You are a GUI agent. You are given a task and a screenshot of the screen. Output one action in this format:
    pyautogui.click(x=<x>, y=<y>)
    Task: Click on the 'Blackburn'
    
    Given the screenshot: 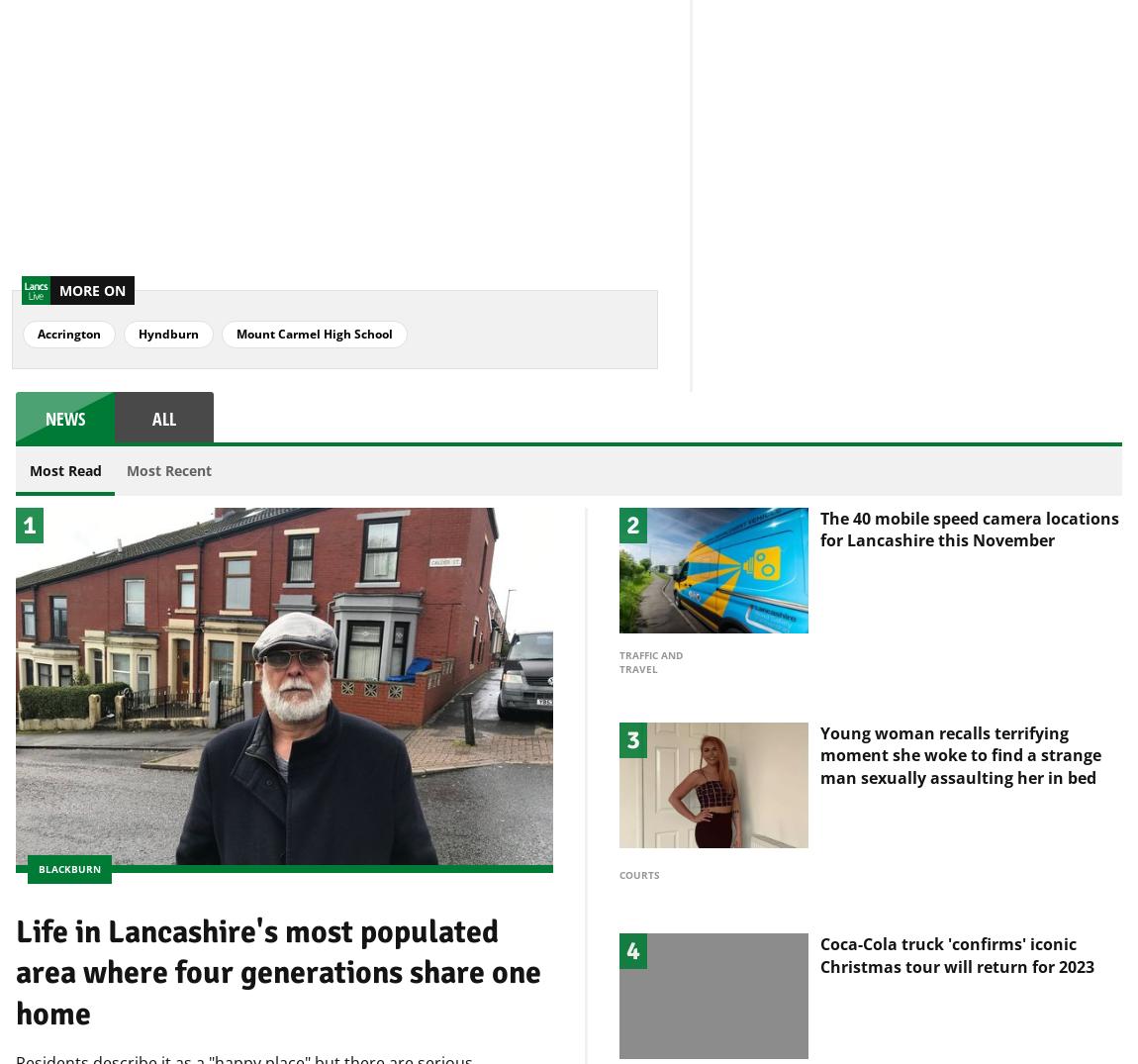 What is the action you would take?
    pyautogui.click(x=68, y=834)
    